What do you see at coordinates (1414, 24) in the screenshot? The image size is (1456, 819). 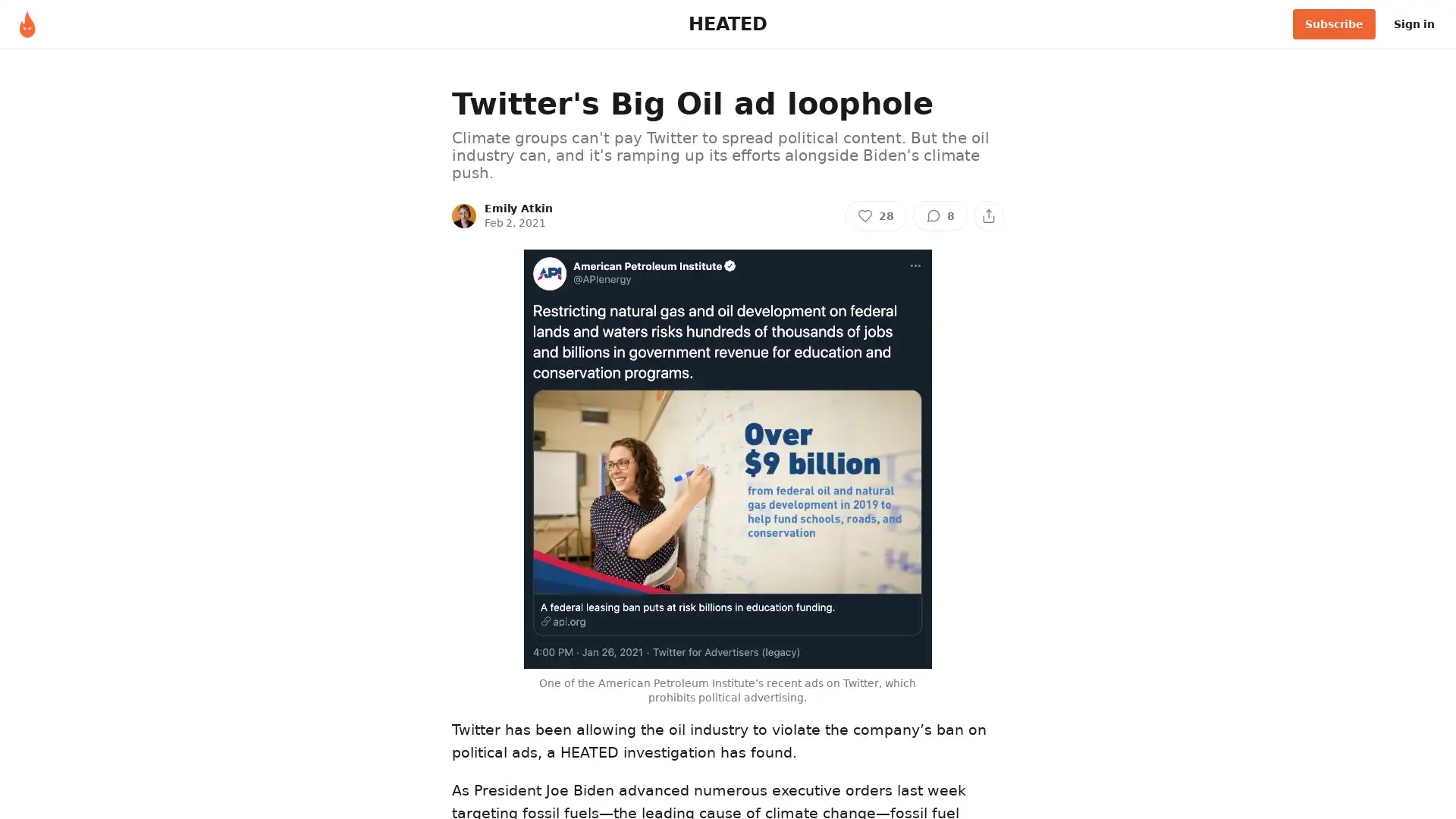 I see `Sign in` at bounding box center [1414, 24].